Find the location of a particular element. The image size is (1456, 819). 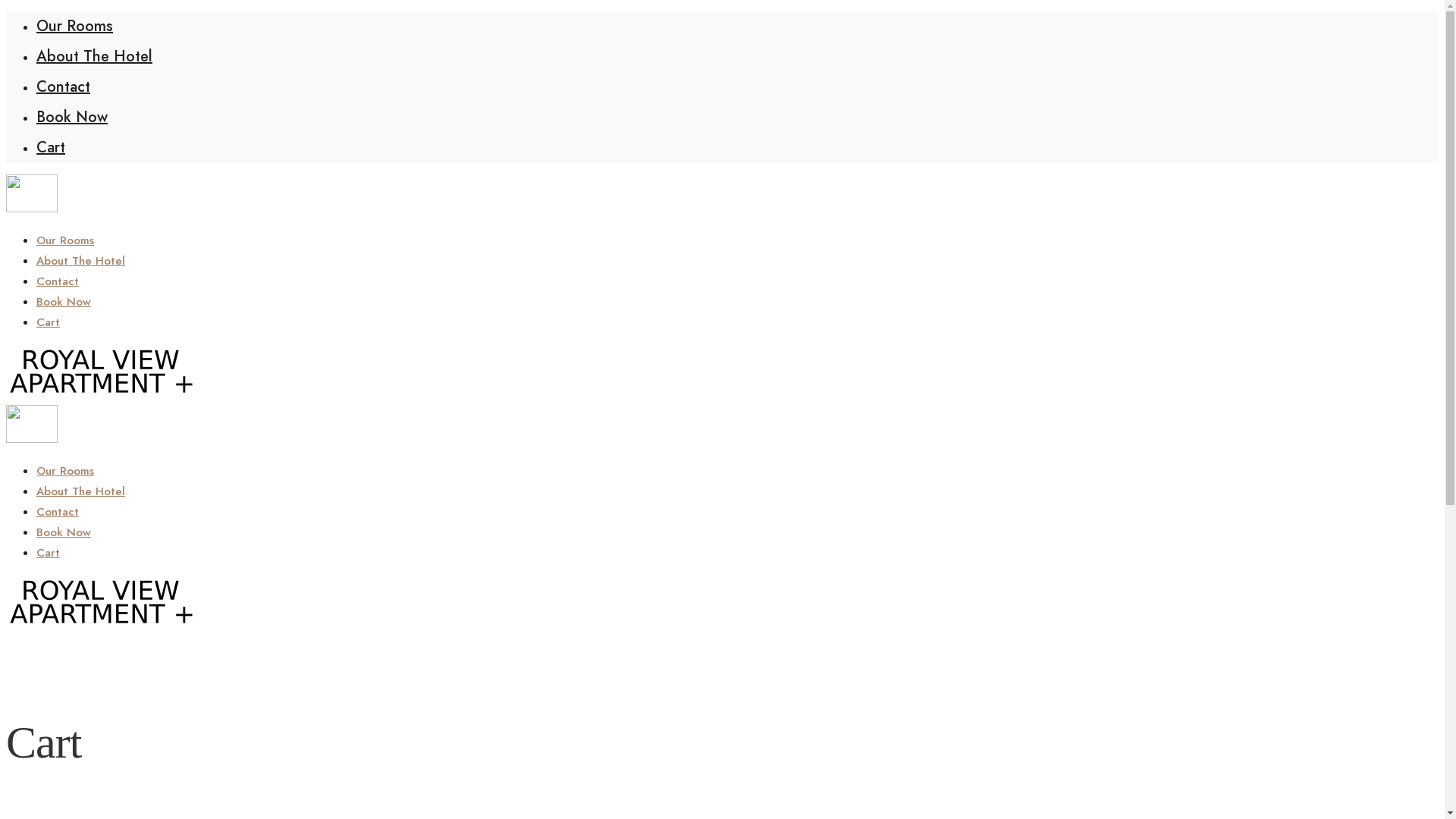

'Contact' is located at coordinates (62, 86).